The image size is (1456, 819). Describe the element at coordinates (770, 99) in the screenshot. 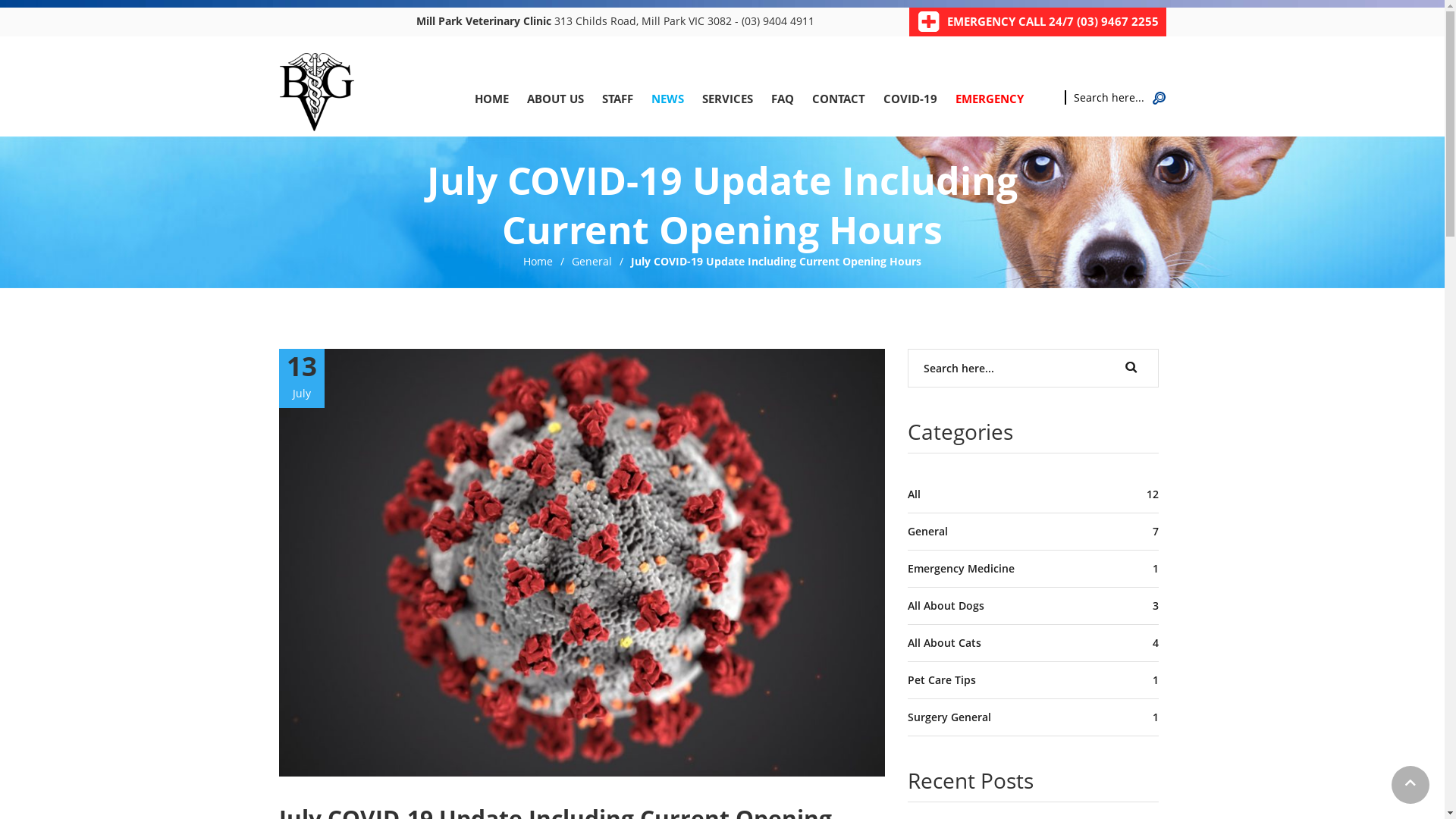

I see `'FAQ'` at that location.